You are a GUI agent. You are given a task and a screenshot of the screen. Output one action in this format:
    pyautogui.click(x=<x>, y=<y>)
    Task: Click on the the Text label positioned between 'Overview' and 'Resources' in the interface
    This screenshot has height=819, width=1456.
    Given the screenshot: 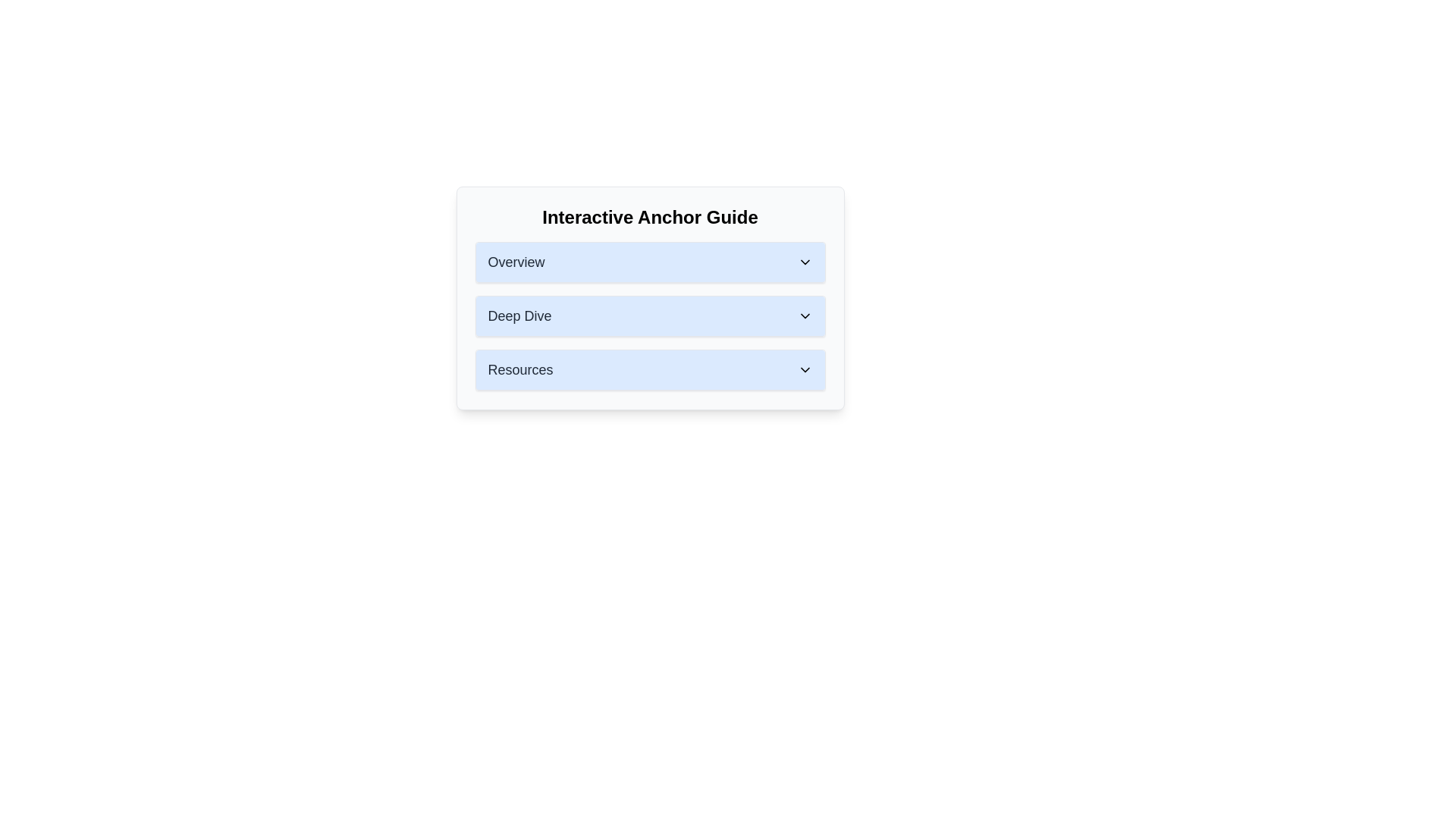 What is the action you would take?
    pyautogui.click(x=519, y=315)
    